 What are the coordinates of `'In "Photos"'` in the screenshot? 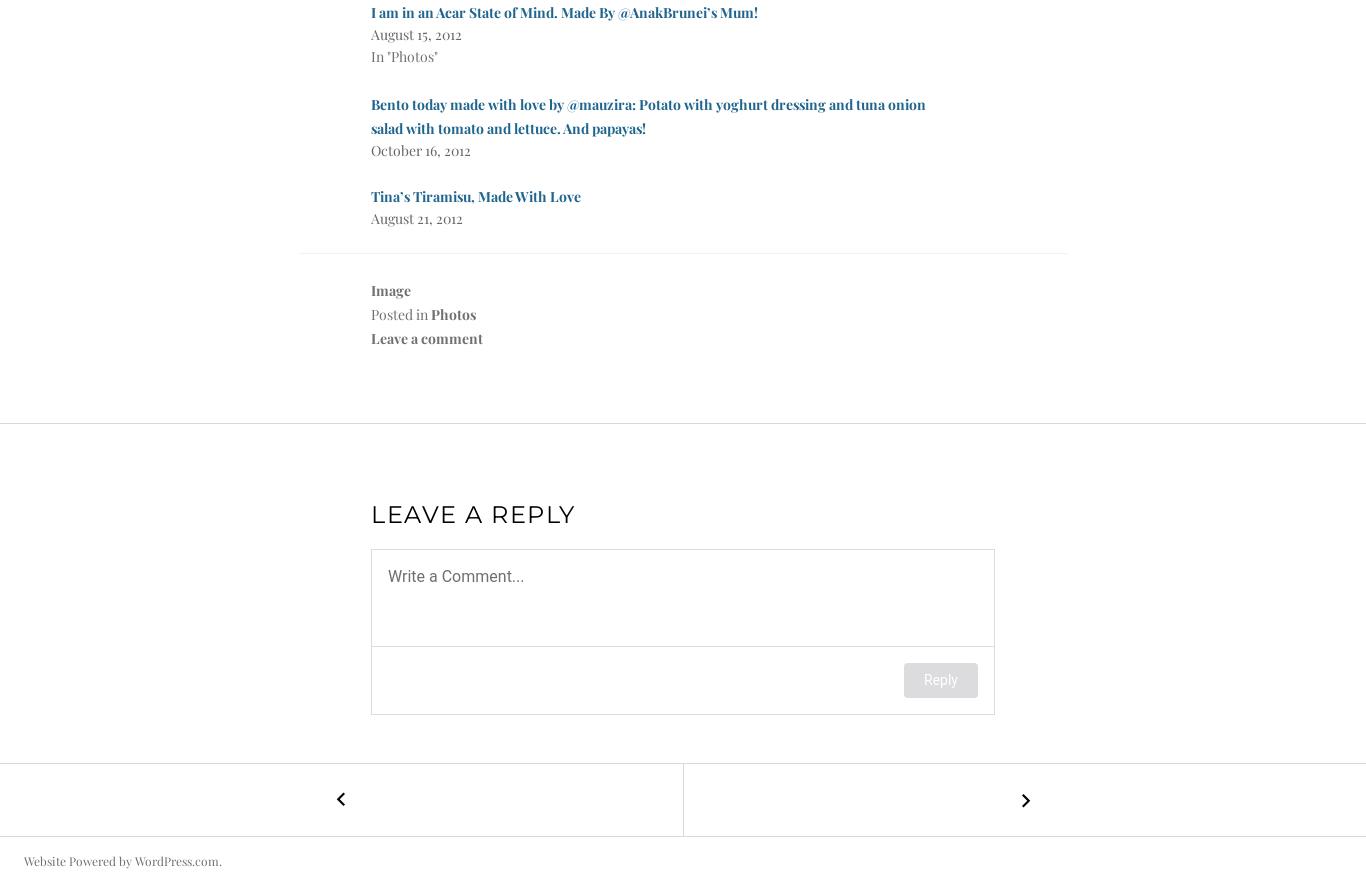 It's located at (403, 55).